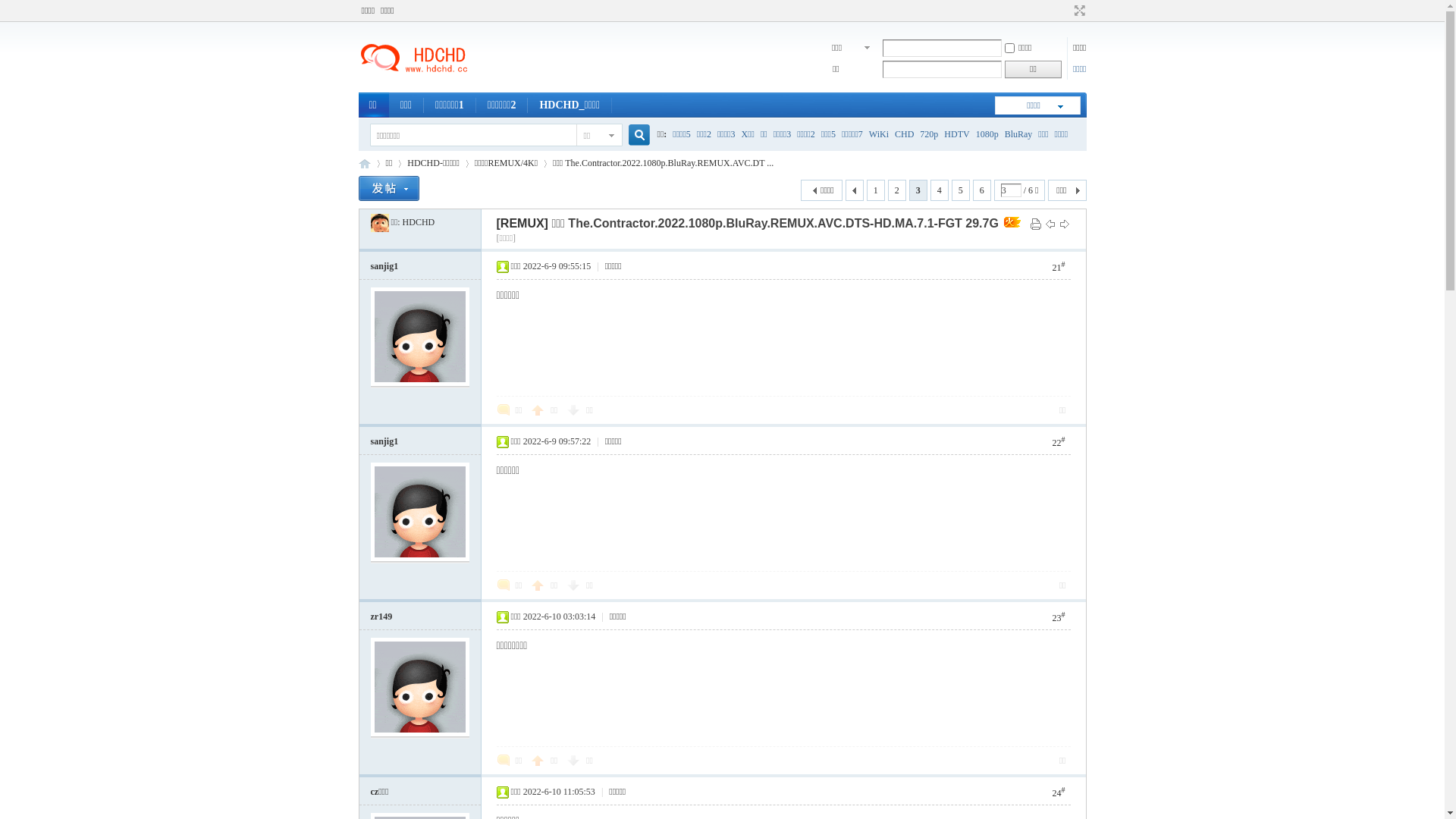 This screenshot has height=819, width=1456. What do you see at coordinates (384, 441) in the screenshot?
I see `'sanjig1'` at bounding box center [384, 441].